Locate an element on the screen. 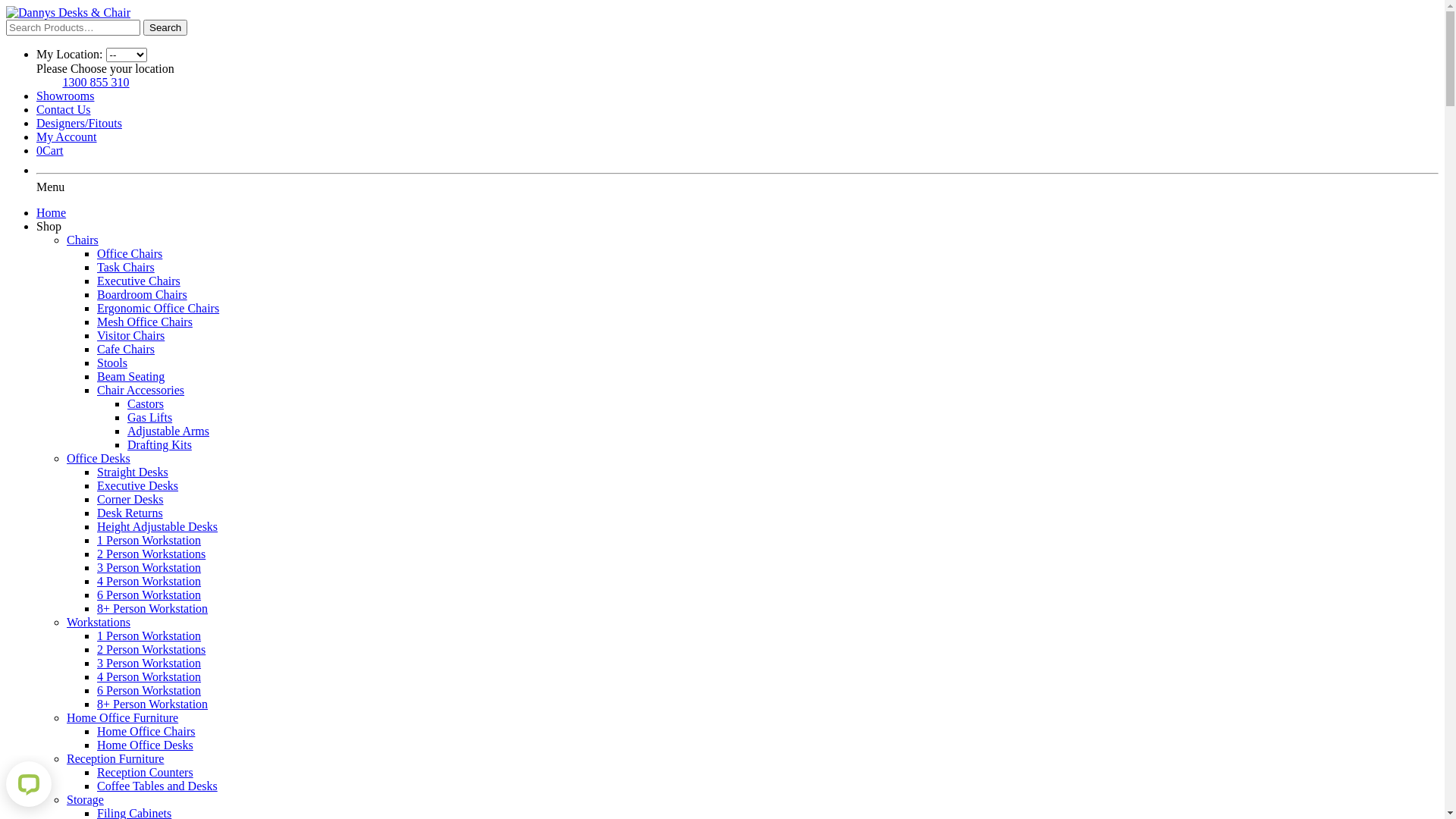 This screenshot has width=1456, height=819. '0Cart' is located at coordinates (36, 150).